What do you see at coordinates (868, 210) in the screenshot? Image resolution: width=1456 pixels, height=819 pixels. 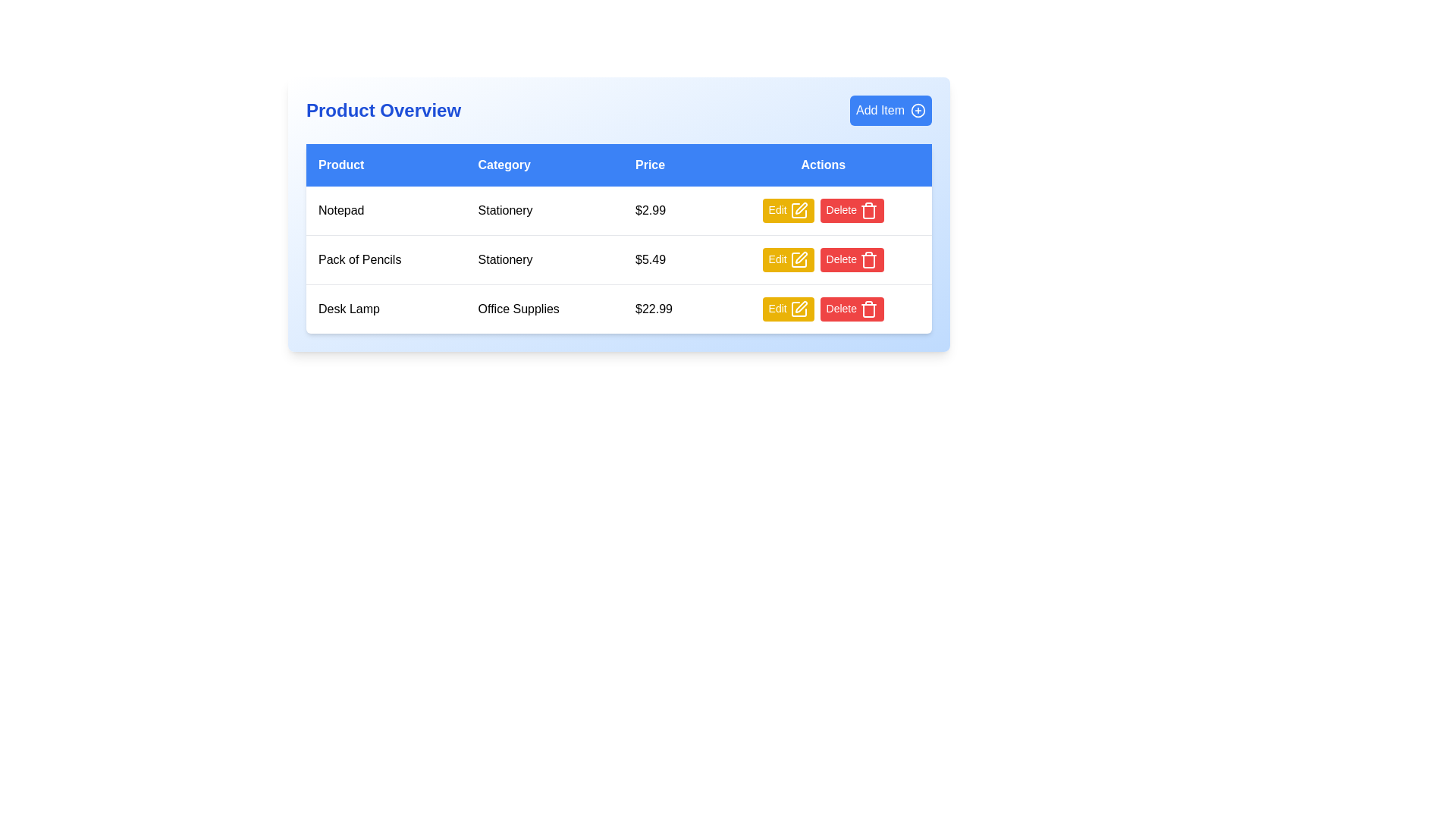 I see `the trash bin icon located to the right of the 'Delete' button in the 'Actions' column of the second row` at bounding box center [868, 210].